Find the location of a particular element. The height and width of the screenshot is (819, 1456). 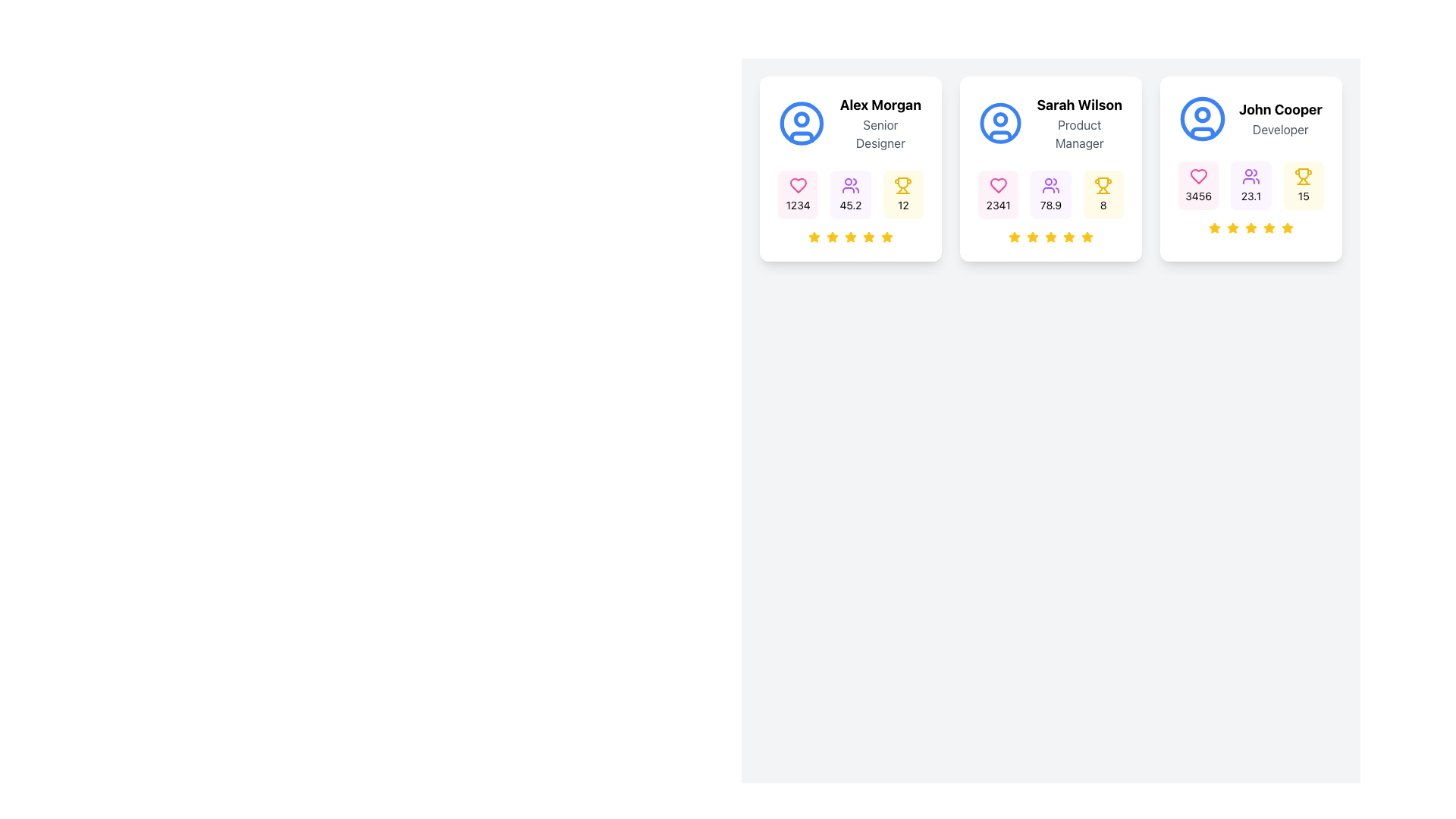

the middle statistic display for 'Alex Morgan' that shows a numerical statistic related to group activity is located at coordinates (851, 194).